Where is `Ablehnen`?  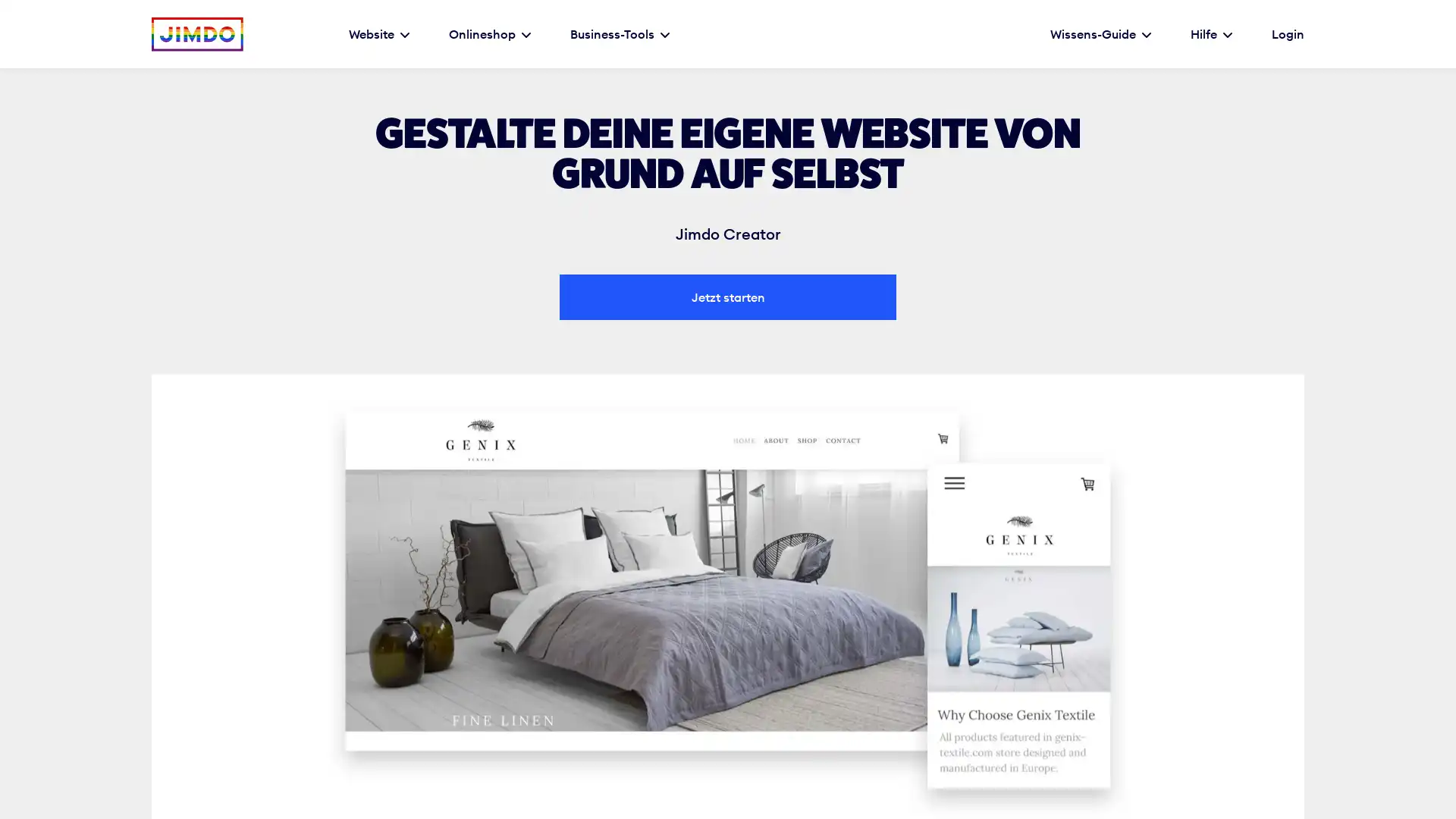
Ablehnen is located at coordinates (789, 786).